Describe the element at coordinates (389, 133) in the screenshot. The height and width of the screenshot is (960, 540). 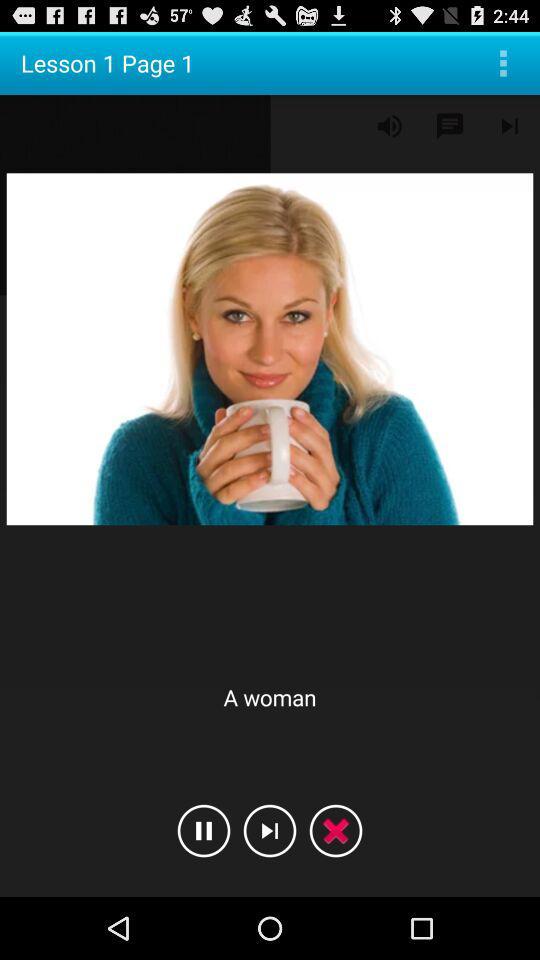
I see `the volume icon` at that location.